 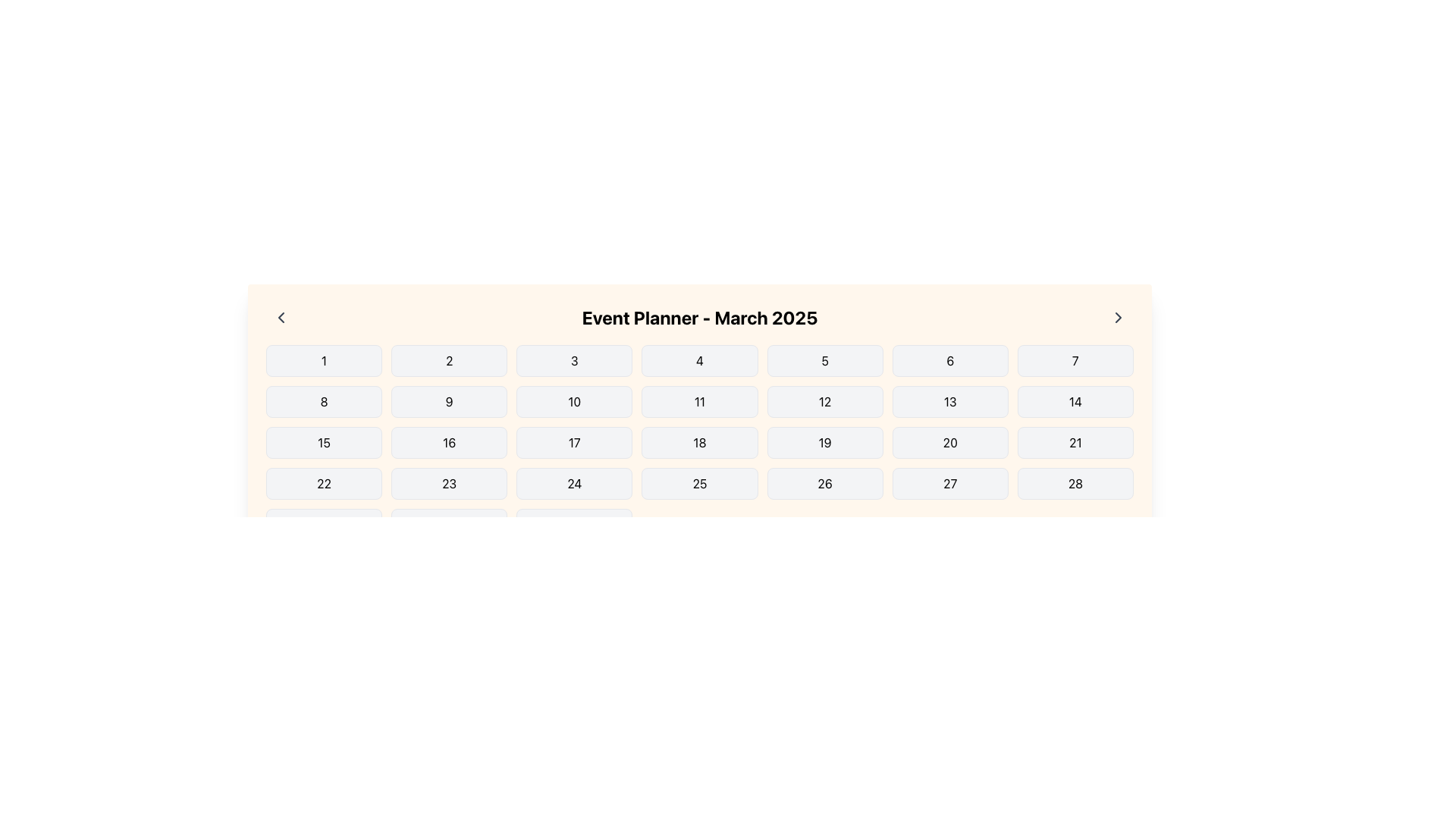 What do you see at coordinates (949, 442) in the screenshot?
I see `the selectable date '20' in the calendar grid for March 2025` at bounding box center [949, 442].